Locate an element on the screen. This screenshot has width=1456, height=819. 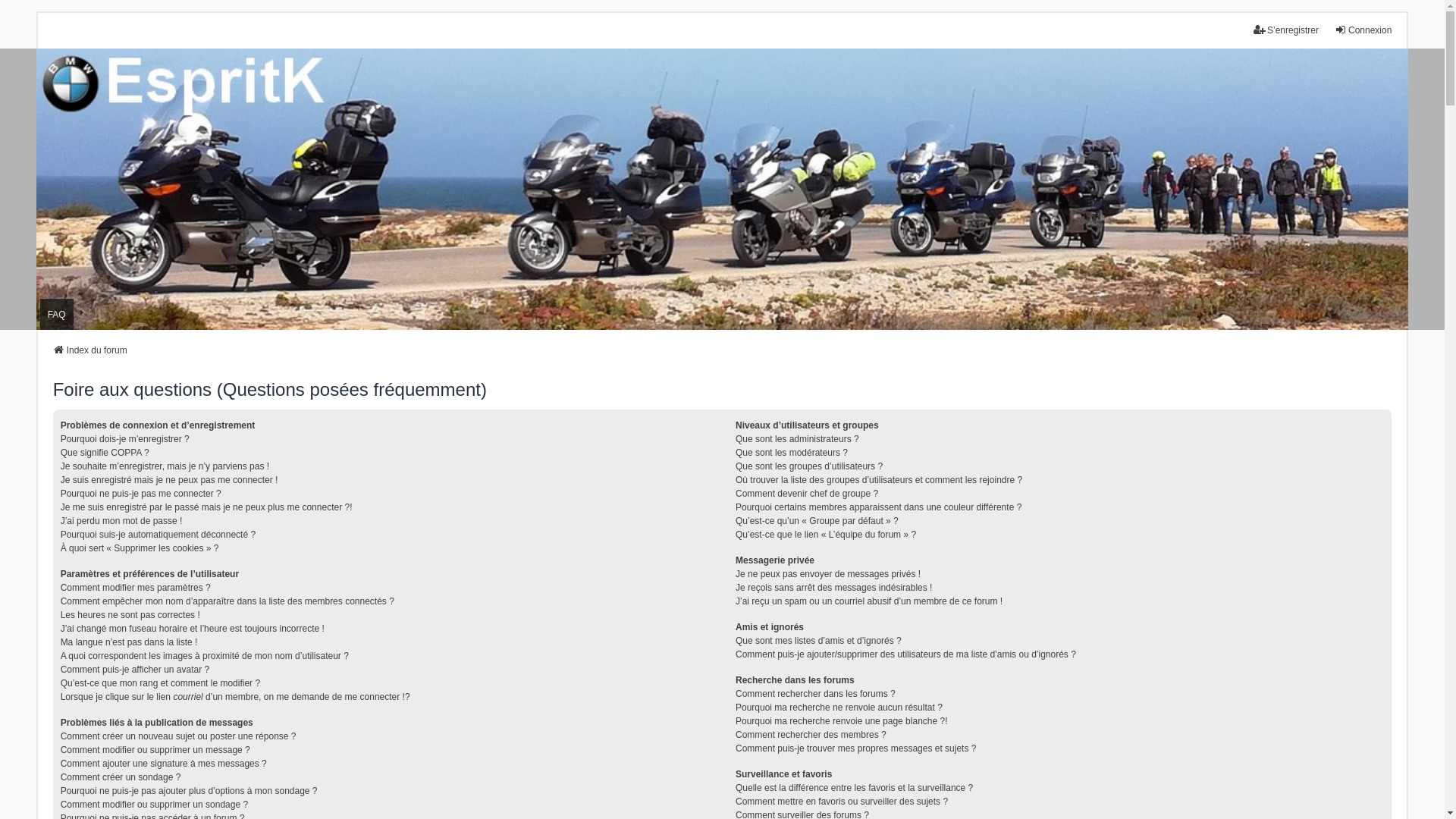
'Les heures ne sont pas correctes !' is located at coordinates (130, 614).